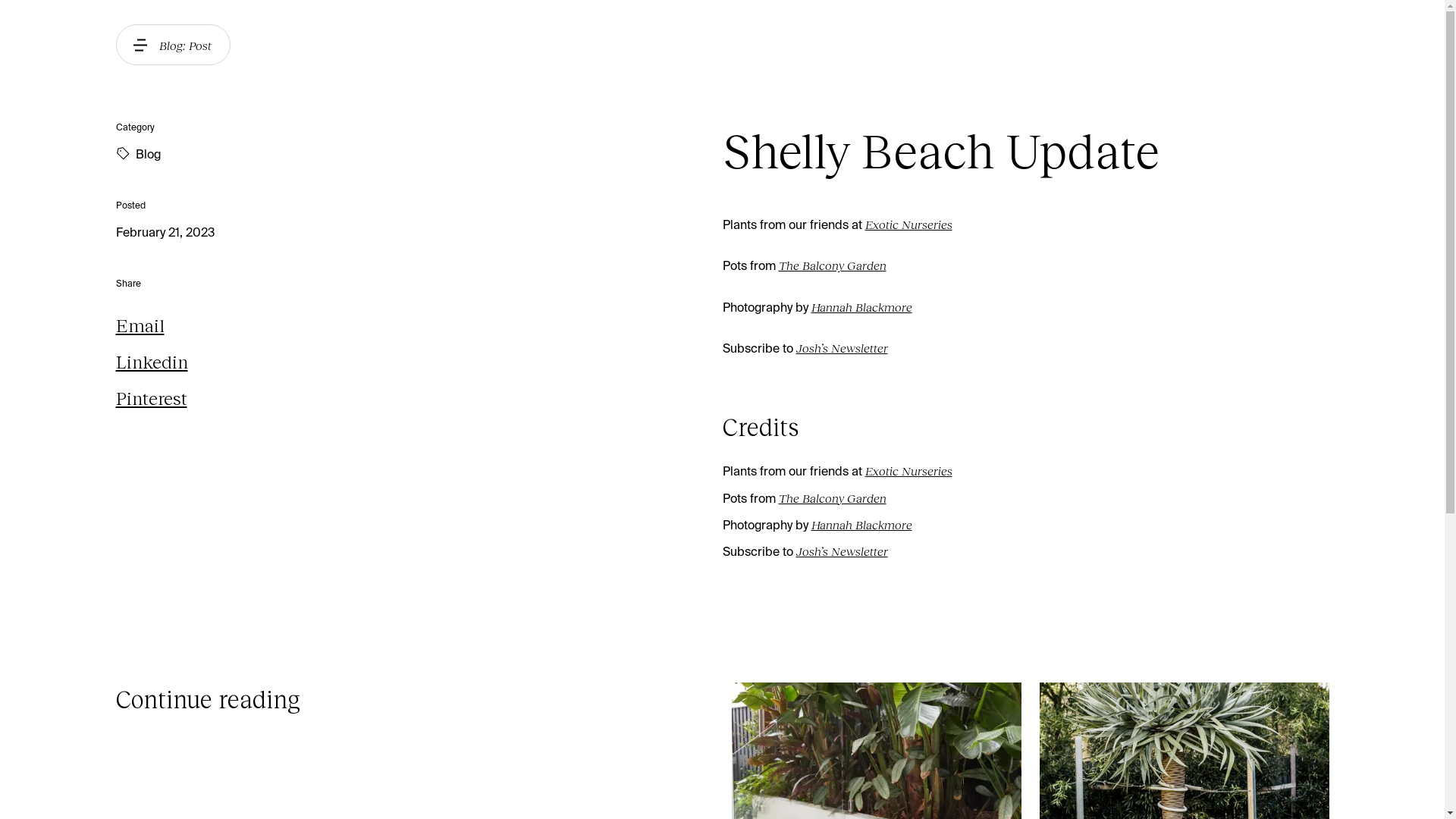 The height and width of the screenshot is (819, 1456). I want to click on 'The Balcony Garden', so click(778, 265).